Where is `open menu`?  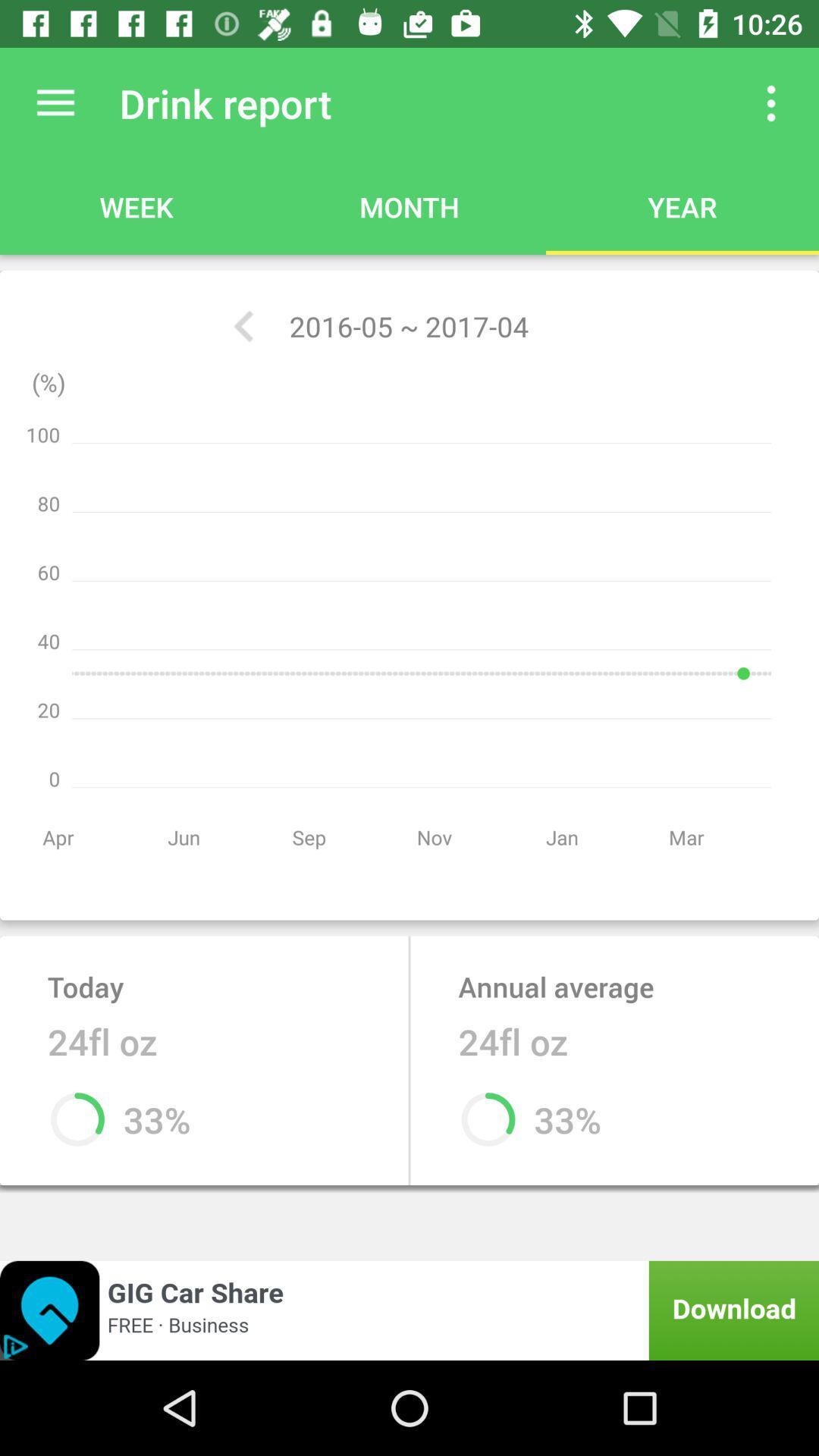 open menu is located at coordinates (55, 102).